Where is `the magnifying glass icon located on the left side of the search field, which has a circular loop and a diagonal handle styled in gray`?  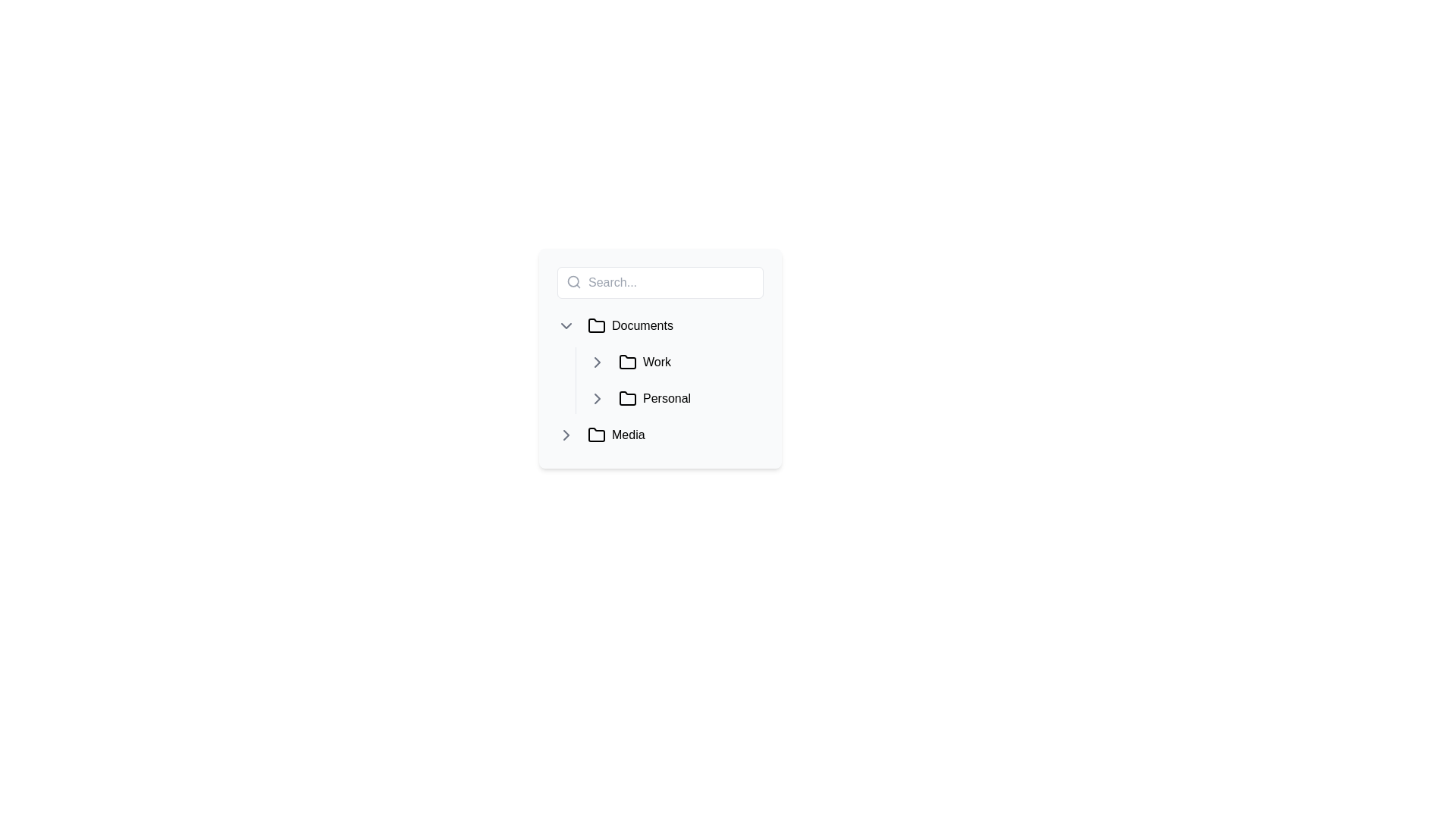 the magnifying glass icon located on the left side of the search field, which has a circular loop and a diagonal handle styled in gray is located at coordinates (573, 281).